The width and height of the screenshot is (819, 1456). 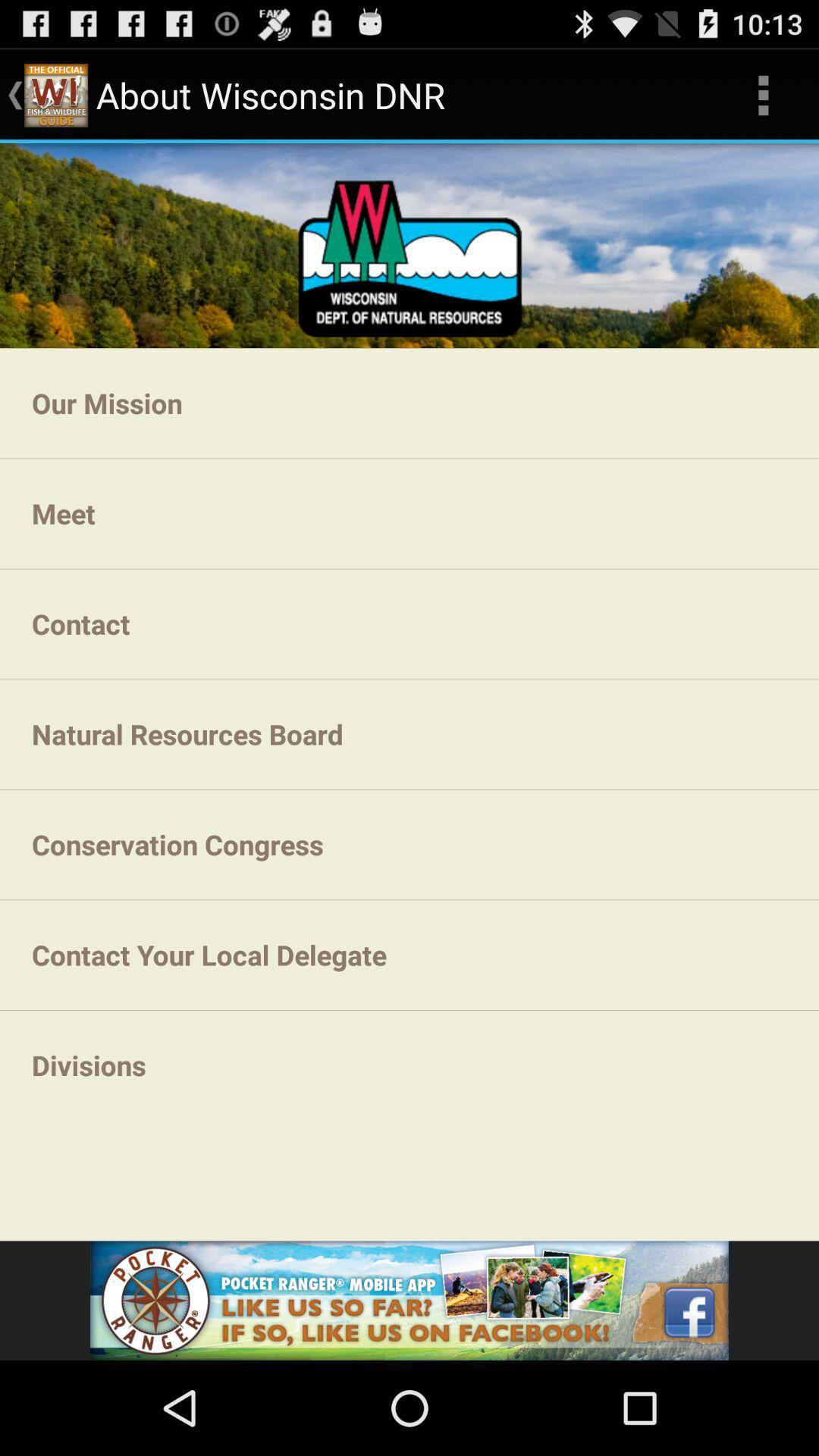 What do you see at coordinates (409, 1300) in the screenshot?
I see `advertisement option` at bounding box center [409, 1300].